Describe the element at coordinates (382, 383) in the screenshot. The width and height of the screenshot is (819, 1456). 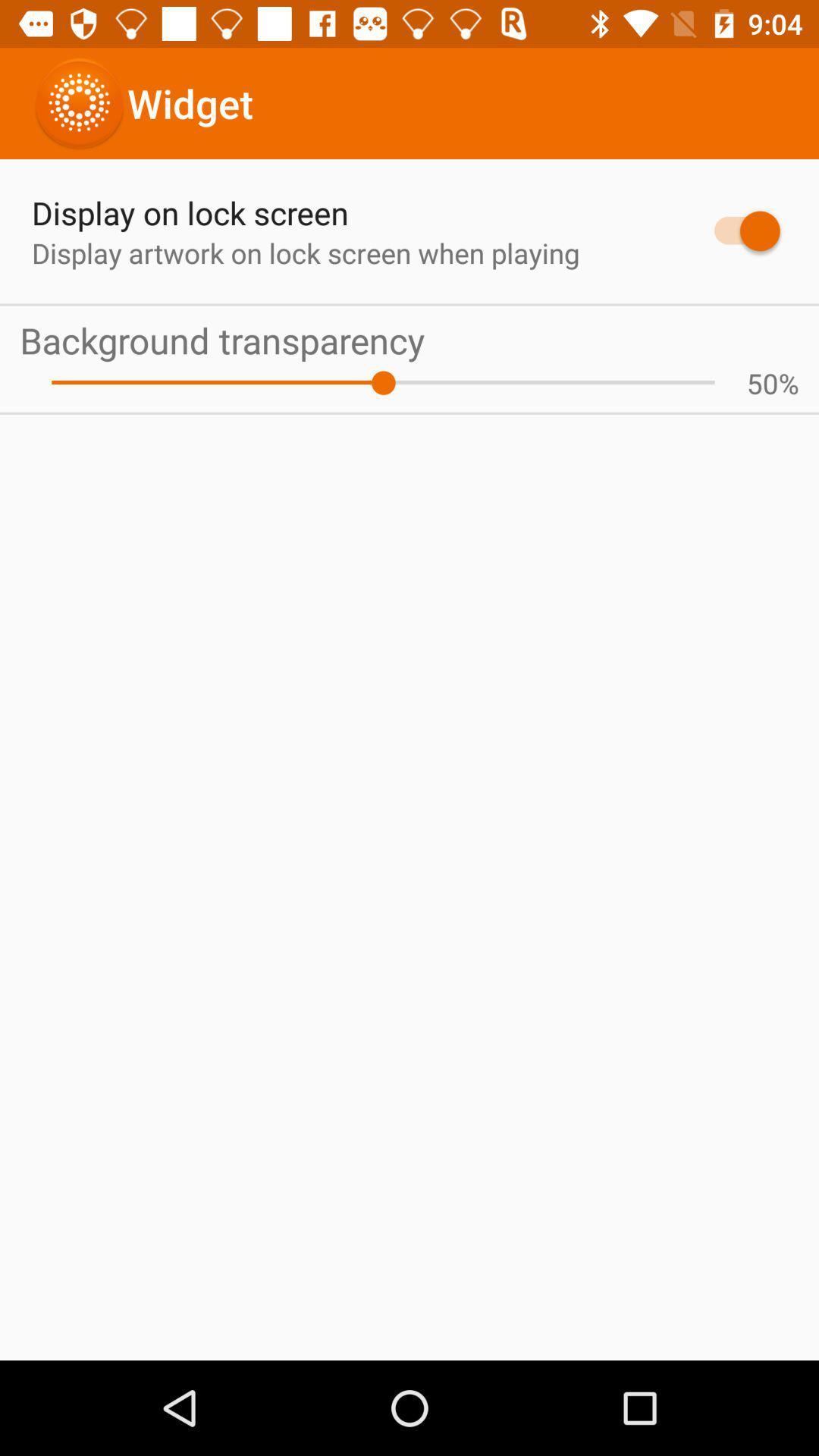
I see `item next to 50 app` at that location.